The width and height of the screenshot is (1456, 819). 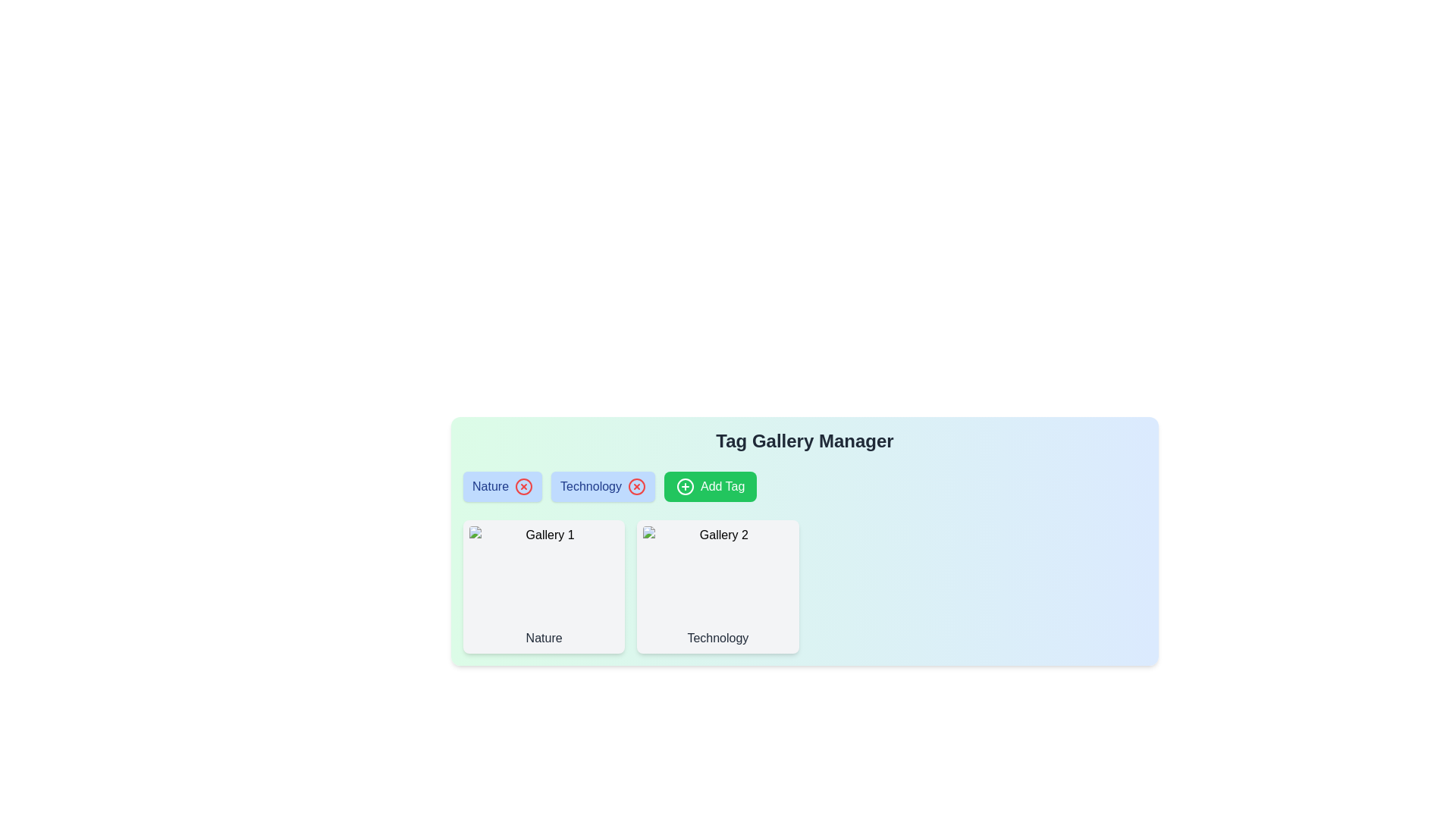 I want to click on the 'Technology' tag in the tag management system, so click(x=602, y=486).